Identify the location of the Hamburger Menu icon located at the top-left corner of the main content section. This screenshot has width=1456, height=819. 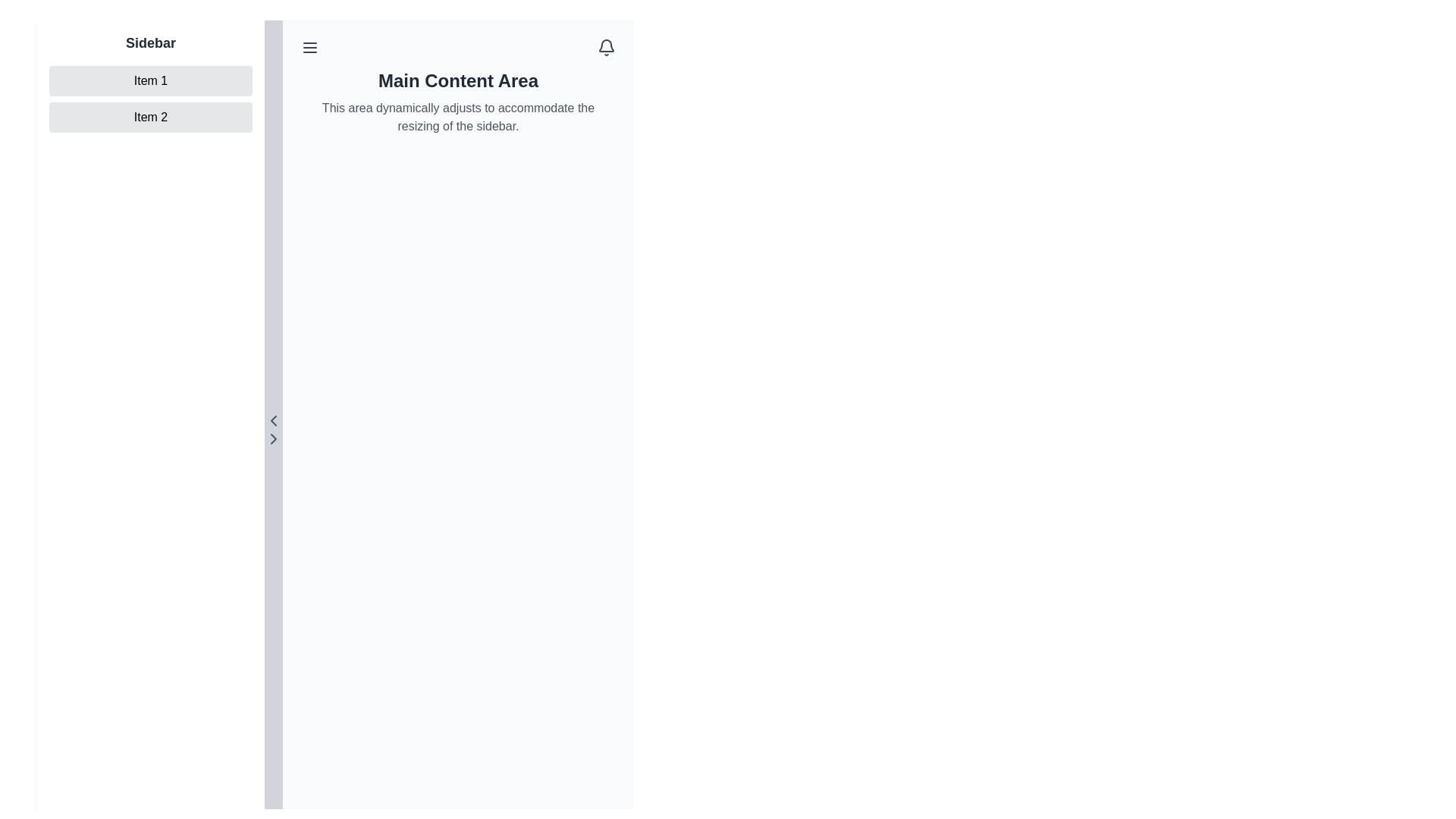
(309, 46).